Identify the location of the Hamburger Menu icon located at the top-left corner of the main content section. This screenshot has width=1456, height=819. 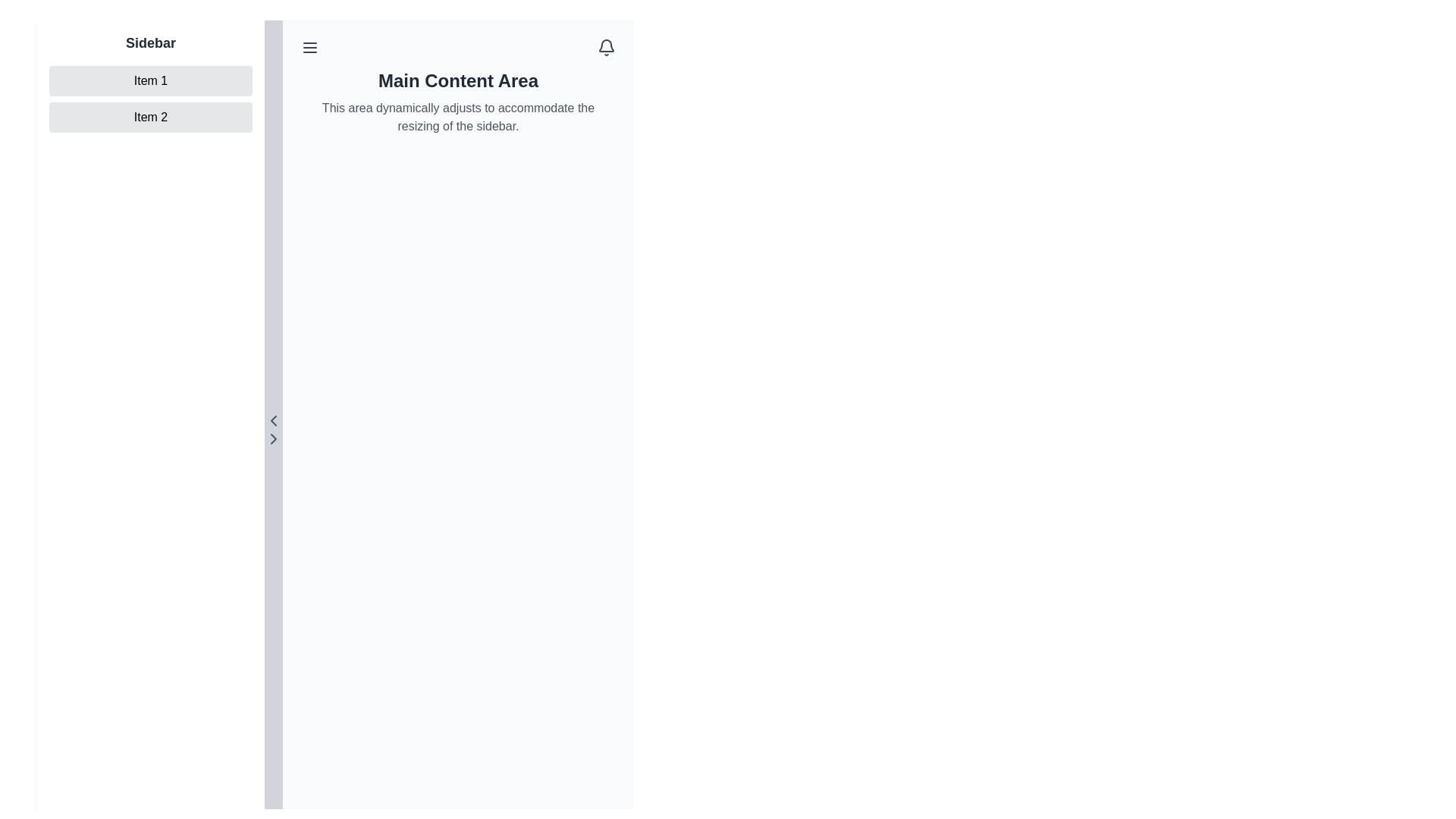
(309, 46).